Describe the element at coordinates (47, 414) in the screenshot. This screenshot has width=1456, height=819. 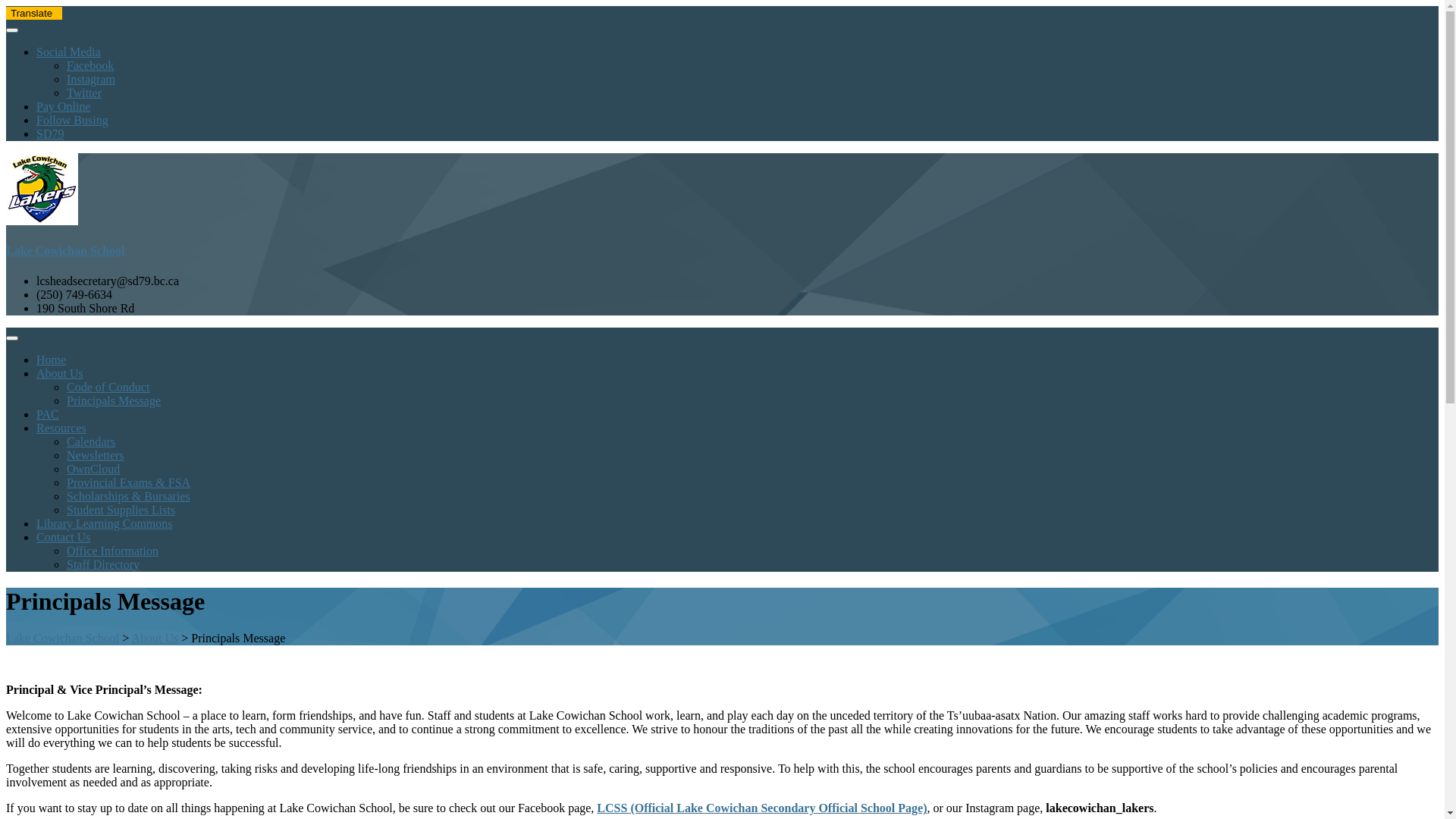
I see `'PAC'` at that location.